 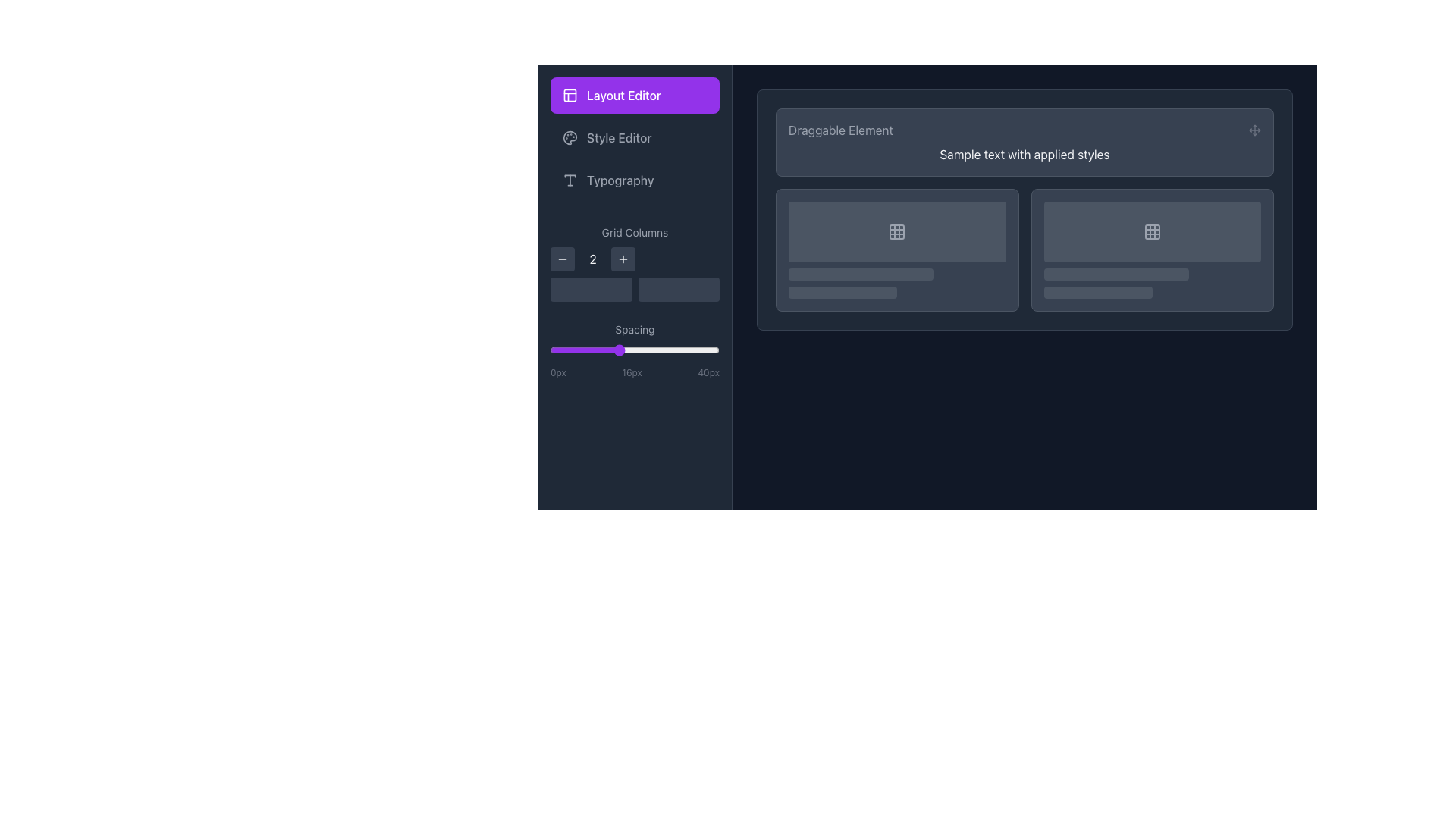 I want to click on the text label or button representing the 'Style Editor' functionality located in the left-hand sidebar, positioned beneath 'Layout Editor' and above 'Typography', so click(x=619, y=137).